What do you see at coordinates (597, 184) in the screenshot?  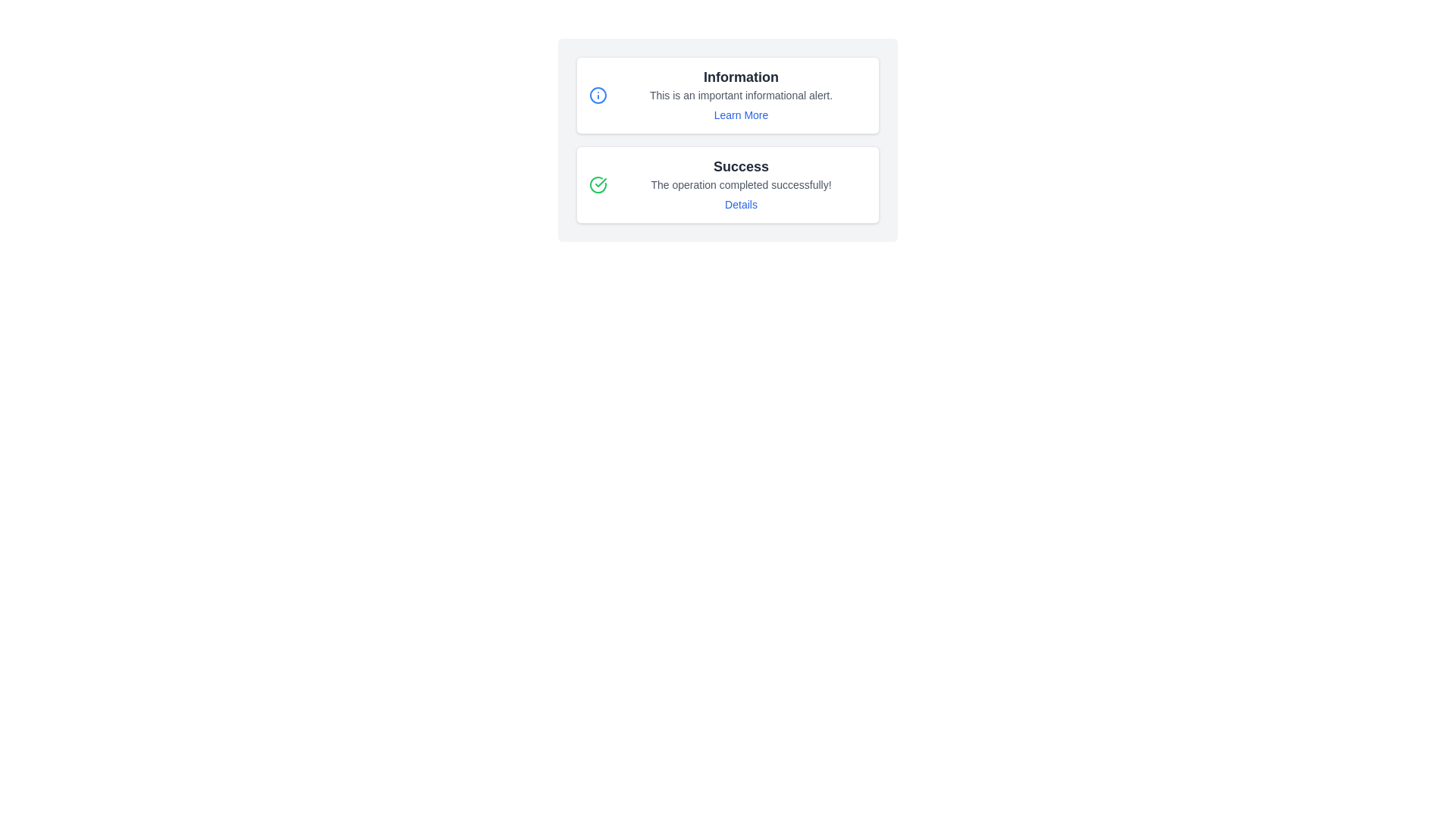 I see `the green circular icon with a checkmark, which indicates success, located next to the text 'Success' in the left section of the success notification card` at bounding box center [597, 184].